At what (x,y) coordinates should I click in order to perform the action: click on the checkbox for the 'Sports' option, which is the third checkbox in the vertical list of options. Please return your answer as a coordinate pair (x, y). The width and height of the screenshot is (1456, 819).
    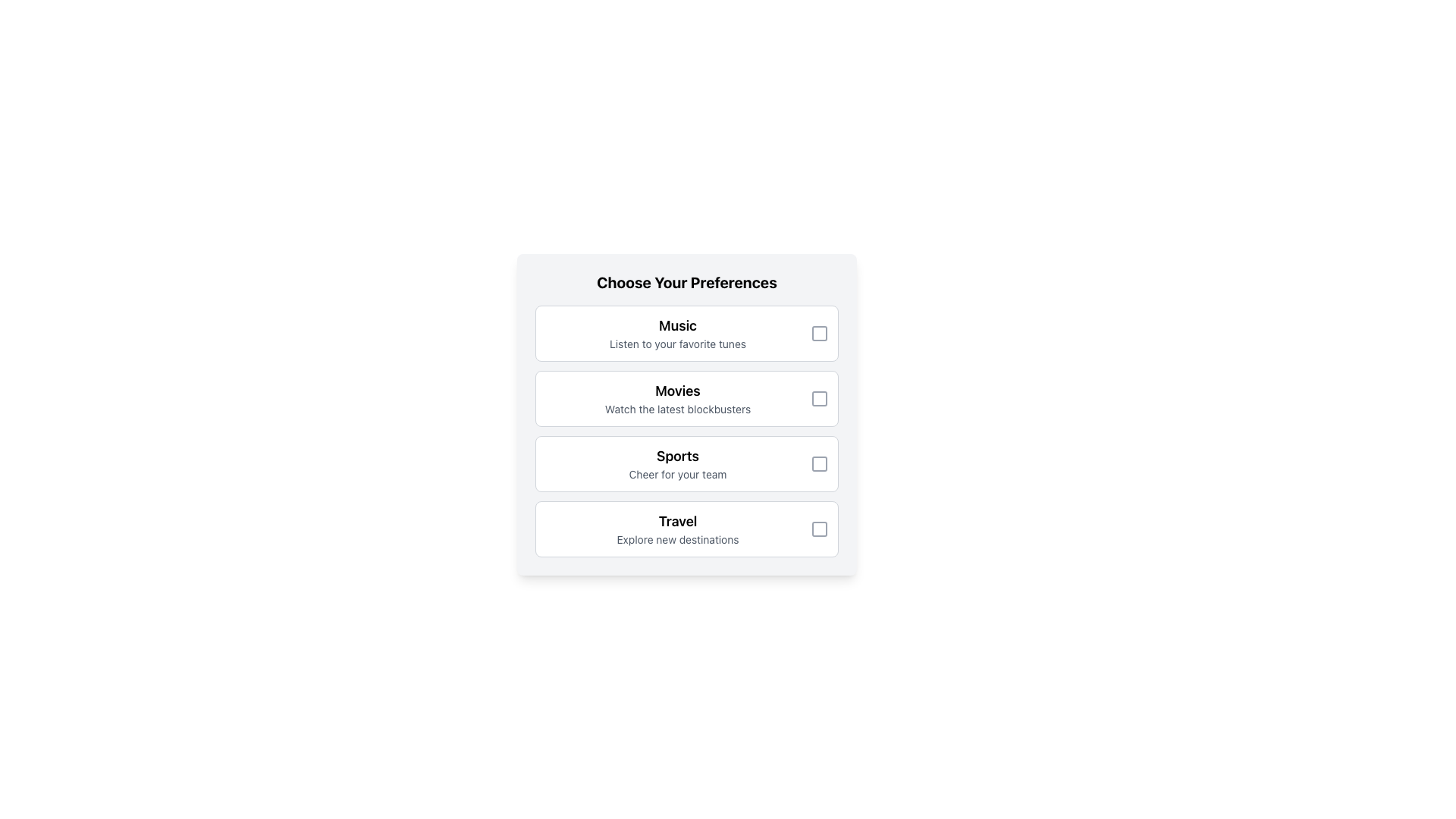
    Looking at the image, I should click on (818, 463).